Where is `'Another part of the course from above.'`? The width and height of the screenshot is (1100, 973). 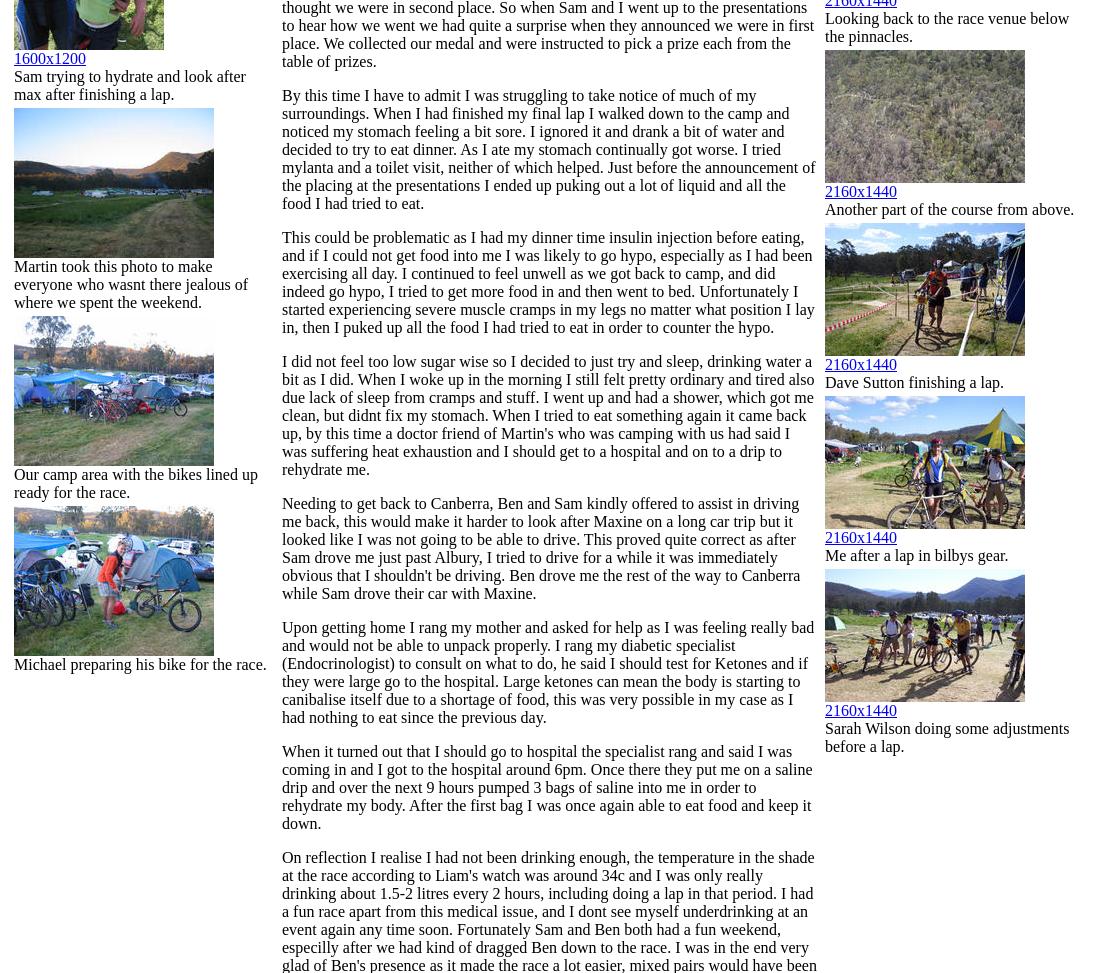
'Another part of the course from above.' is located at coordinates (949, 208).